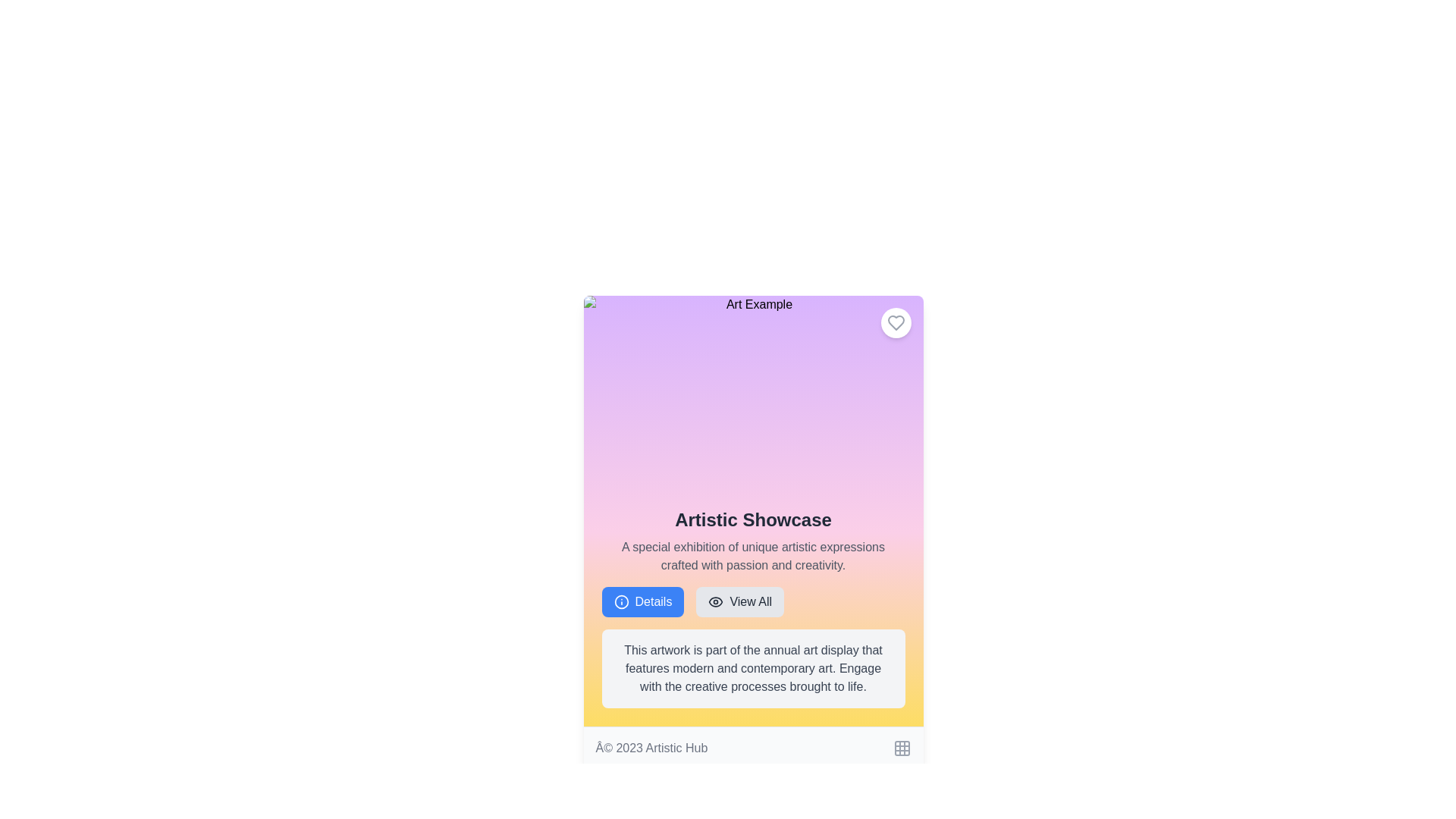 This screenshot has height=819, width=1456. Describe the element at coordinates (753, 601) in the screenshot. I see `the 'View All' button located to the right of the blue 'Details' button` at that location.